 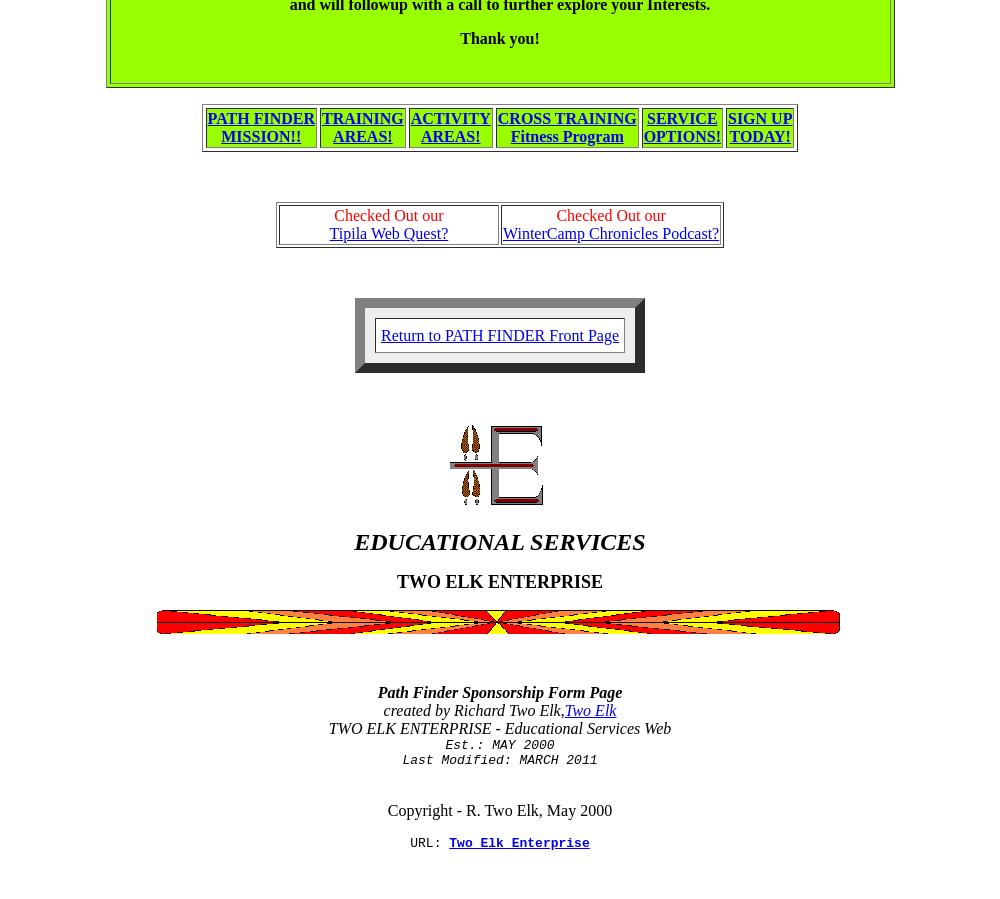 What do you see at coordinates (759, 135) in the screenshot?
I see `'TODAY!'` at bounding box center [759, 135].